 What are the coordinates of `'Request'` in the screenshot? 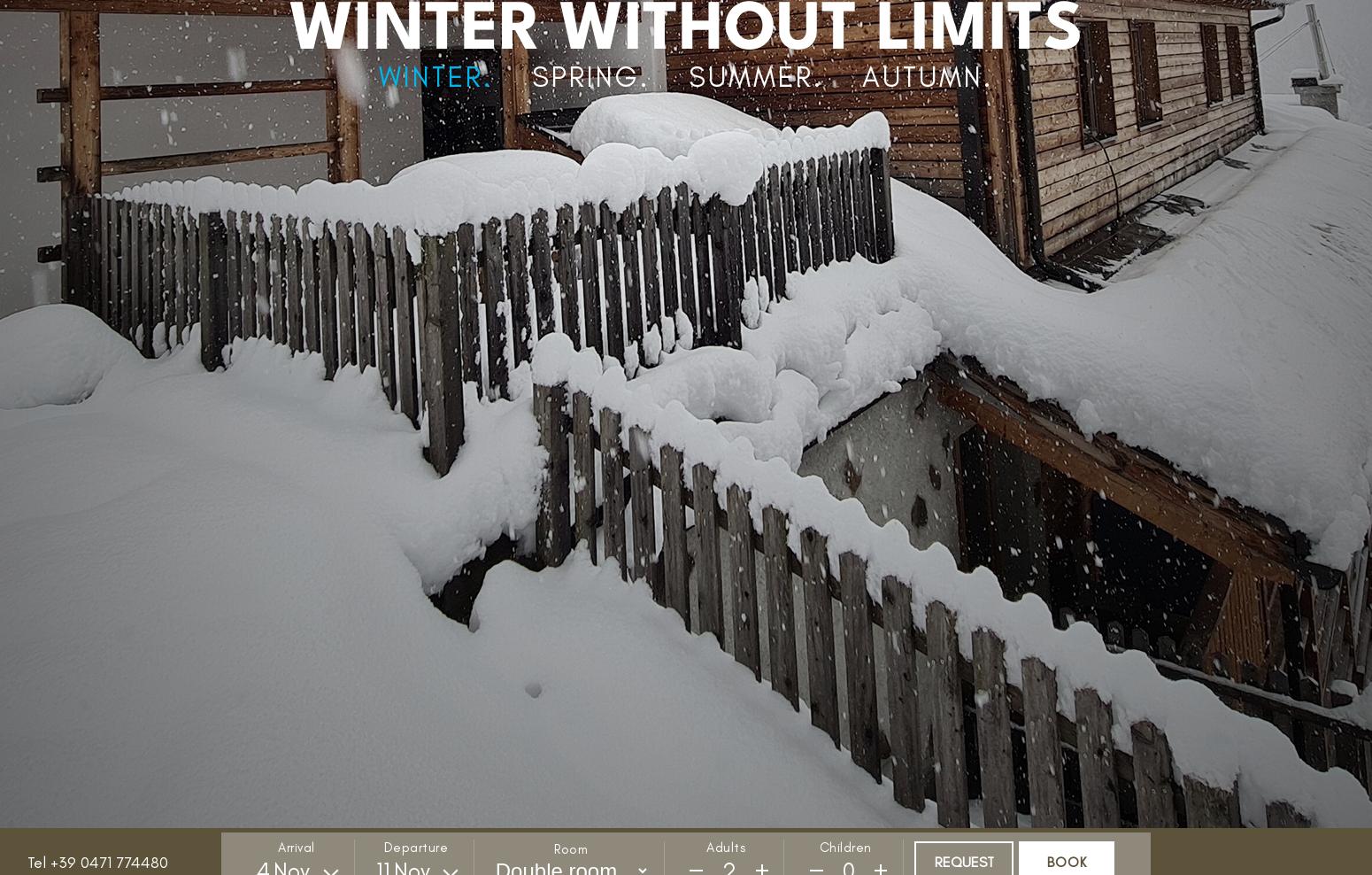 It's located at (962, 862).